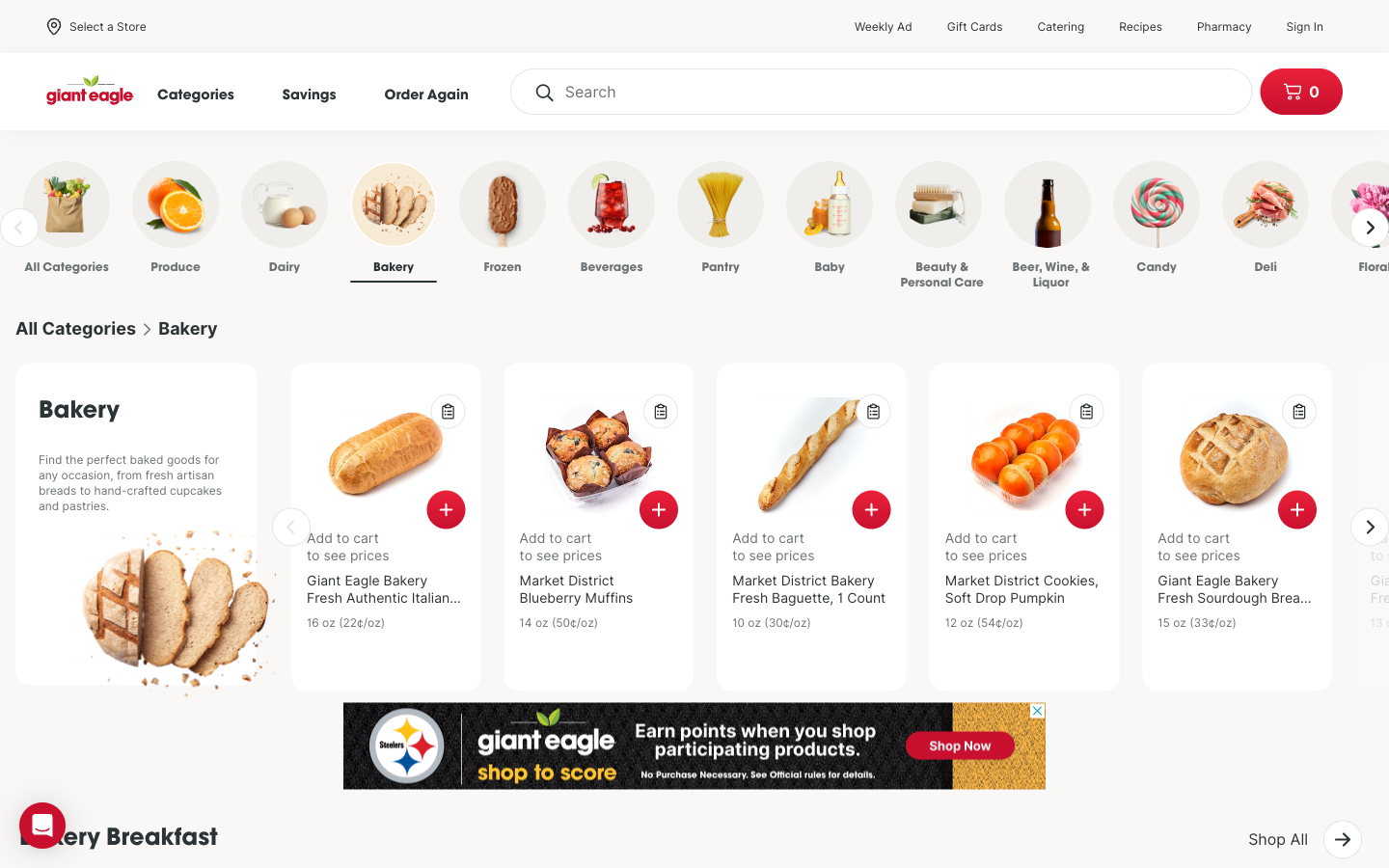  What do you see at coordinates (881, 91) in the screenshot?
I see `Look up for Brown Bread in the search bar` at bounding box center [881, 91].